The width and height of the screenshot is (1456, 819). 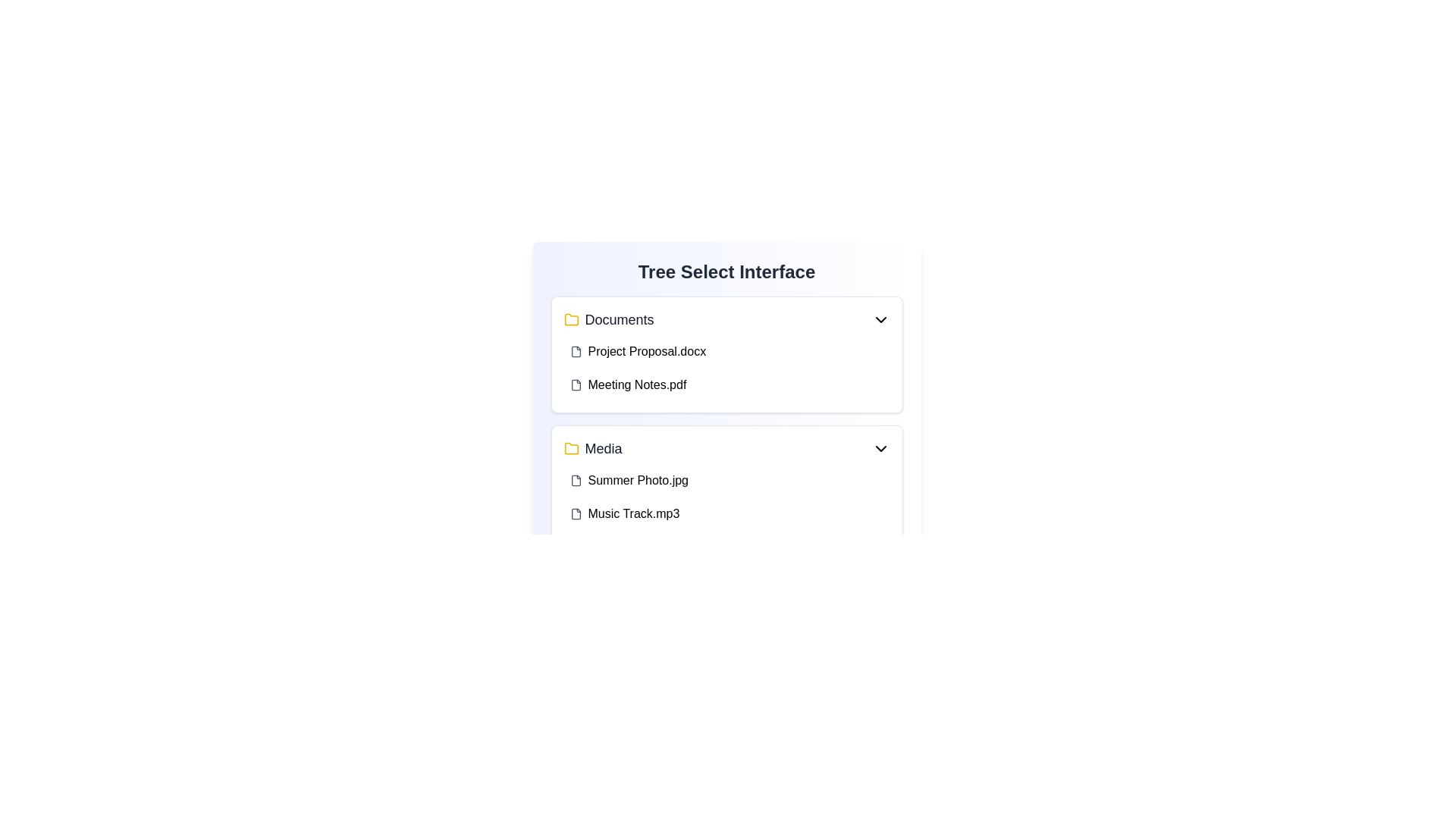 What do you see at coordinates (575, 384) in the screenshot?
I see `the file icon representing 'Meeting Notes.pdf'` at bounding box center [575, 384].